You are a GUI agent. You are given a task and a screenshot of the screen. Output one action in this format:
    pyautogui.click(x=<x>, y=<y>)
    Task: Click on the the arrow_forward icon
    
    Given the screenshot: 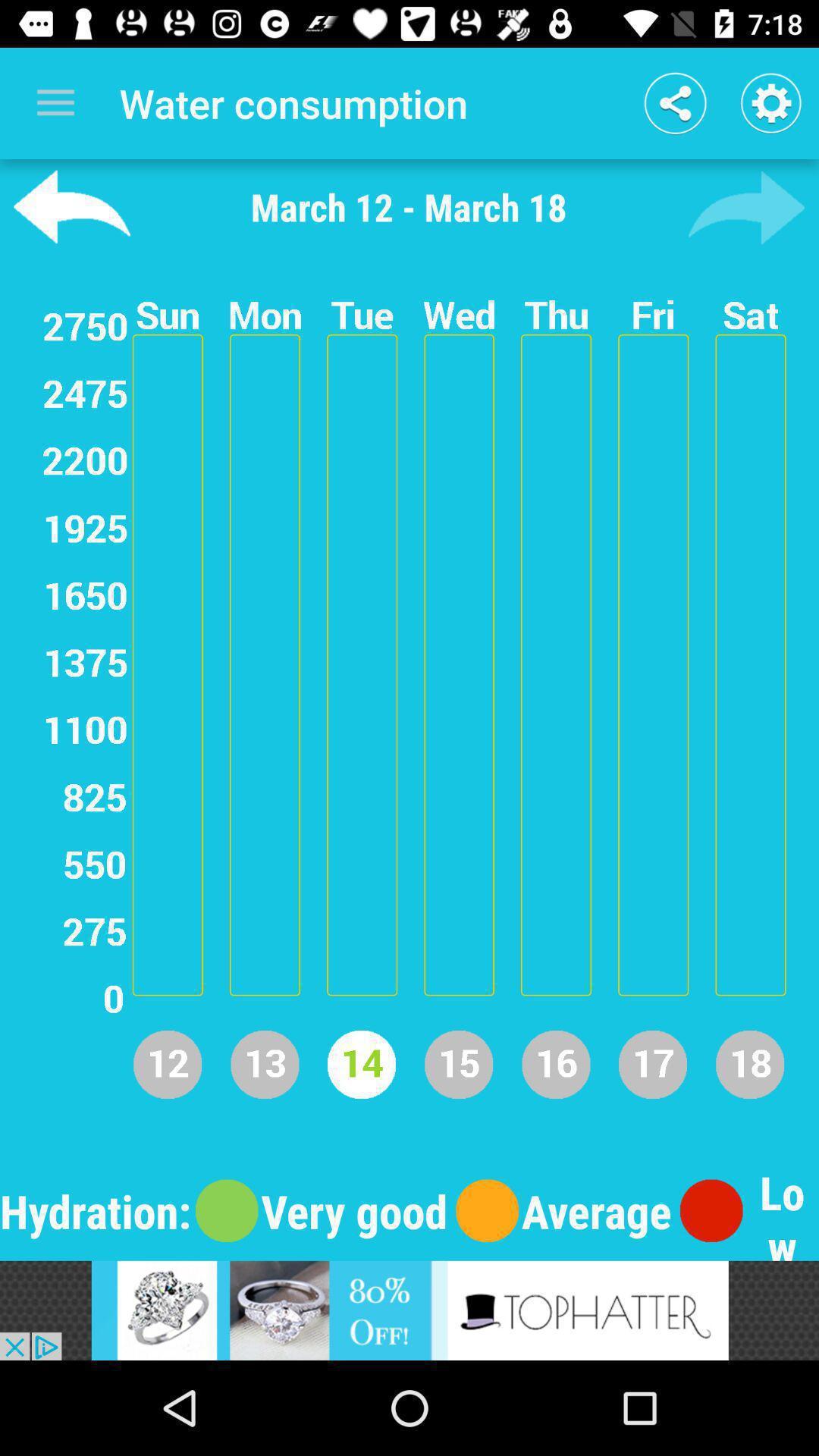 What is the action you would take?
    pyautogui.click(x=745, y=206)
    